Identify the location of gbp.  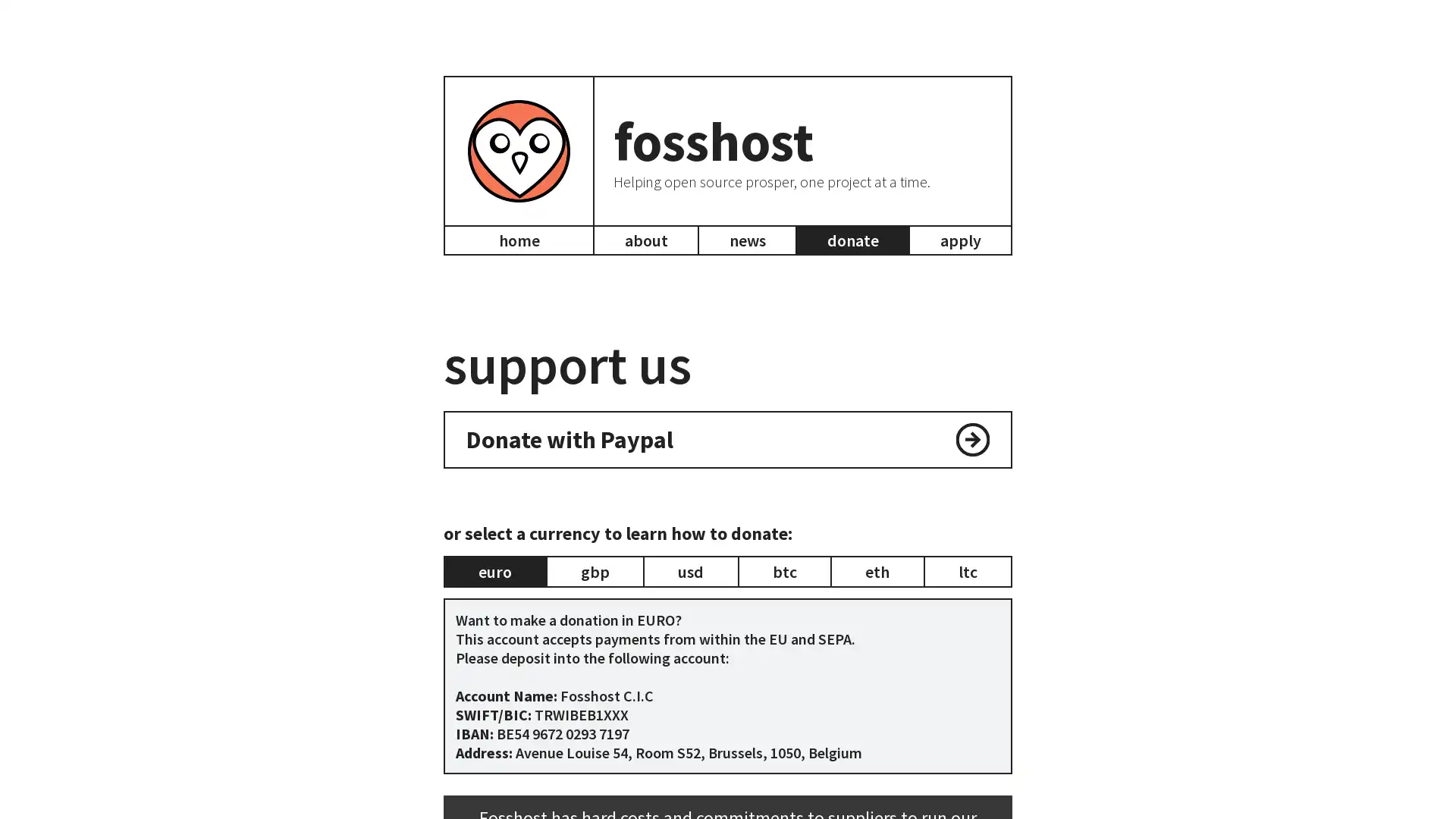
(594, 571).